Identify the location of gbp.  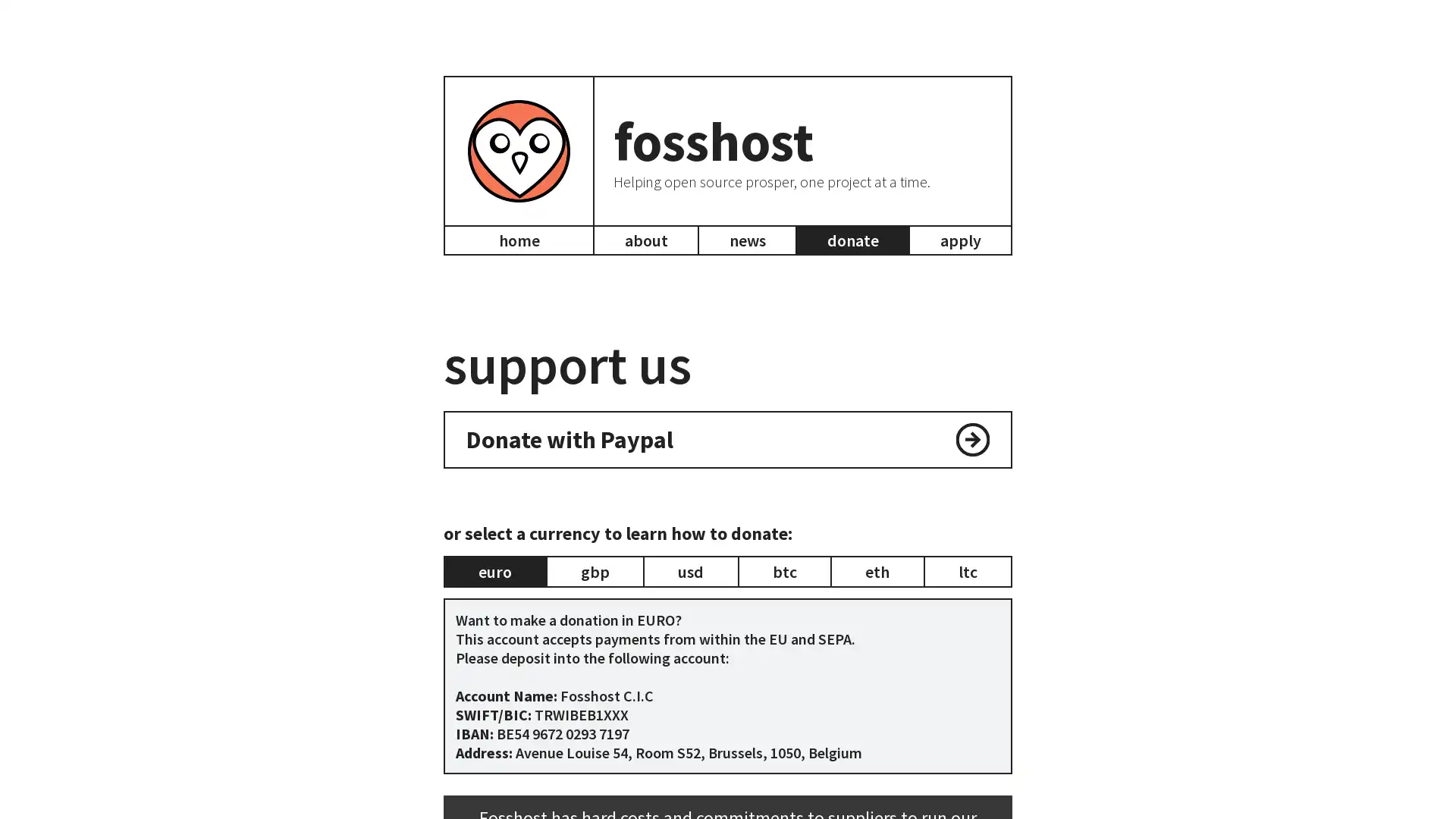
(594, 571).